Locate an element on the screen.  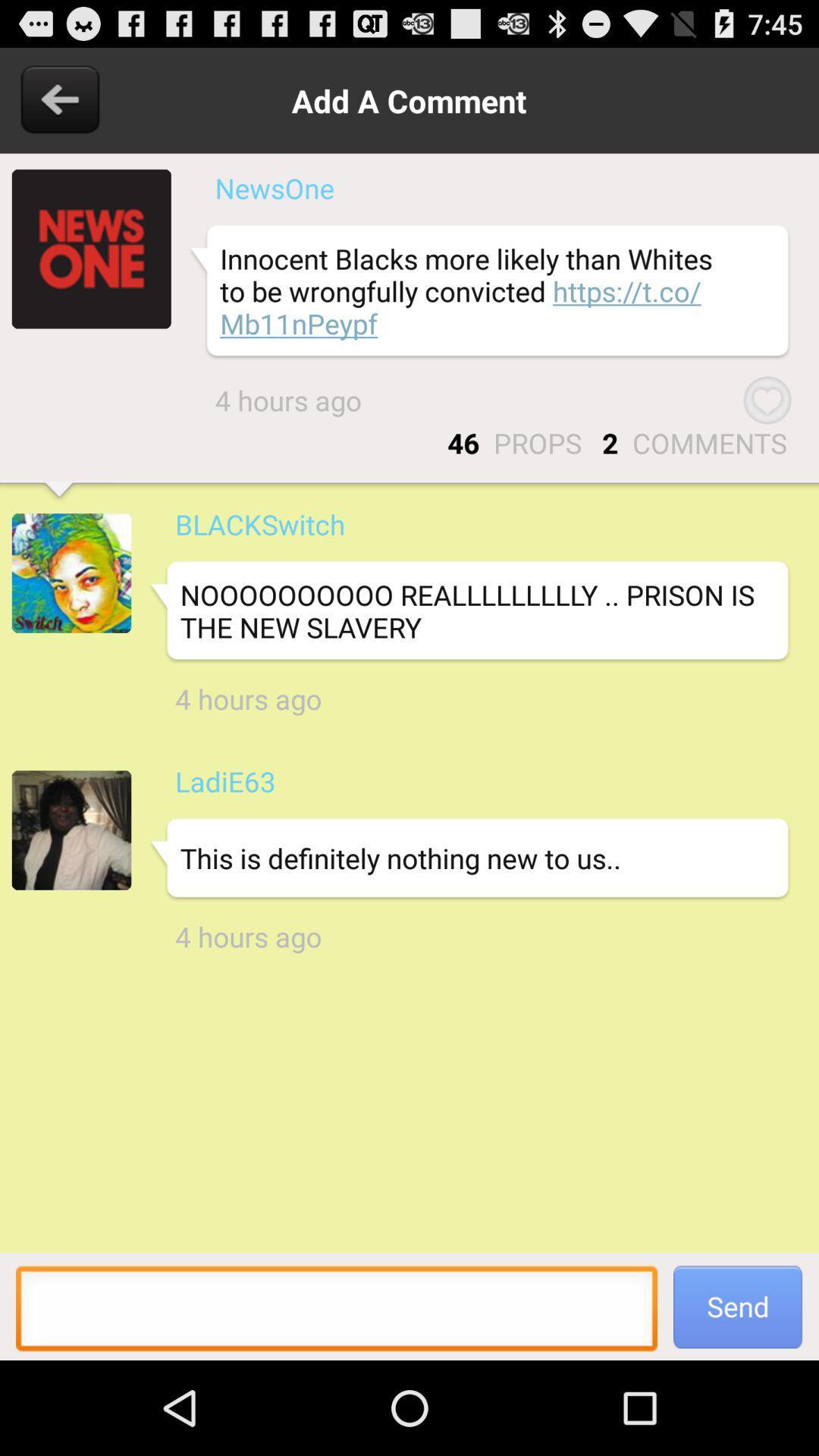
ladie63 app is located at coordinates (225, 781).